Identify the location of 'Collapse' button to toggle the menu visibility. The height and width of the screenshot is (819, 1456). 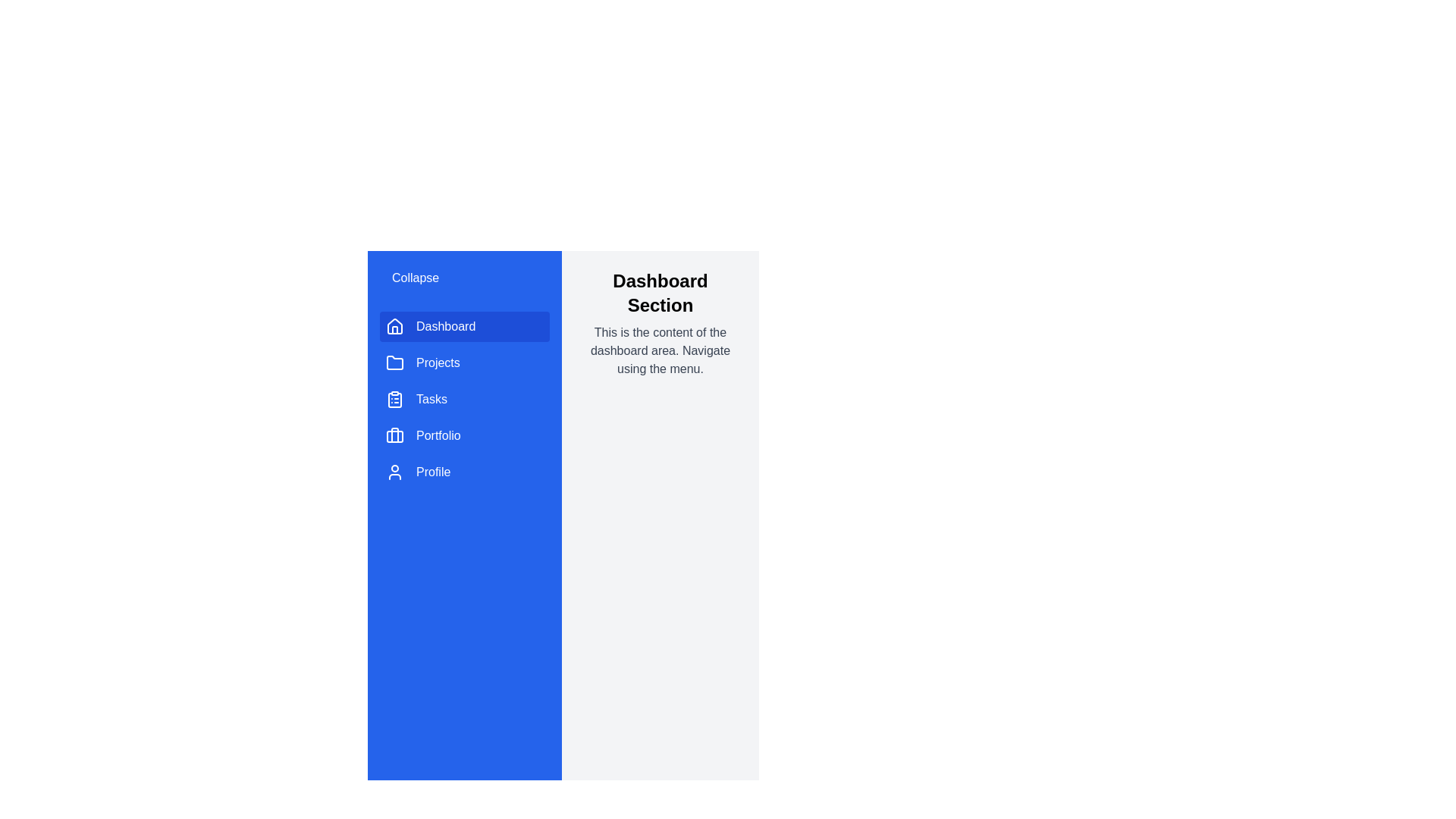
(415, 278).